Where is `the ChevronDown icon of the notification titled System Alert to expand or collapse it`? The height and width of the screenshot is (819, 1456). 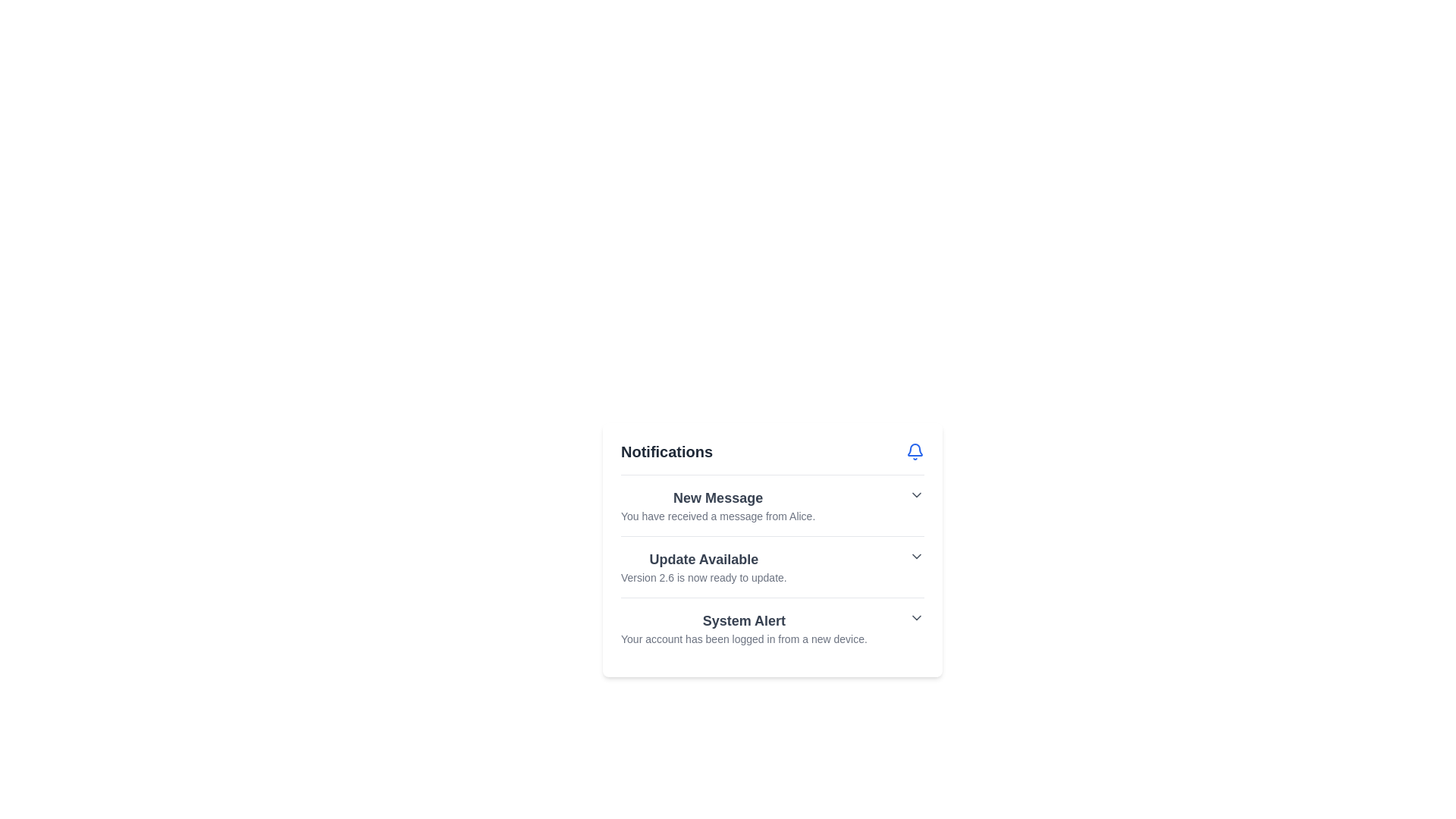
the ChevronDown icon of the notification titled System Alert to expand or collapse it is located at coordinates (916, 617).